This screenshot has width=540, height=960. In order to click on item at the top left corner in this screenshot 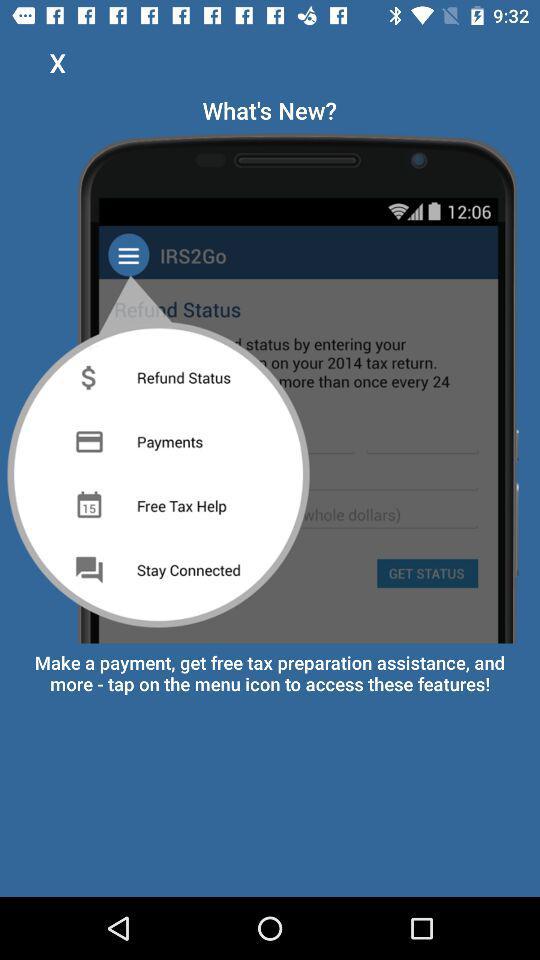, I will do `click(57, 62)`.